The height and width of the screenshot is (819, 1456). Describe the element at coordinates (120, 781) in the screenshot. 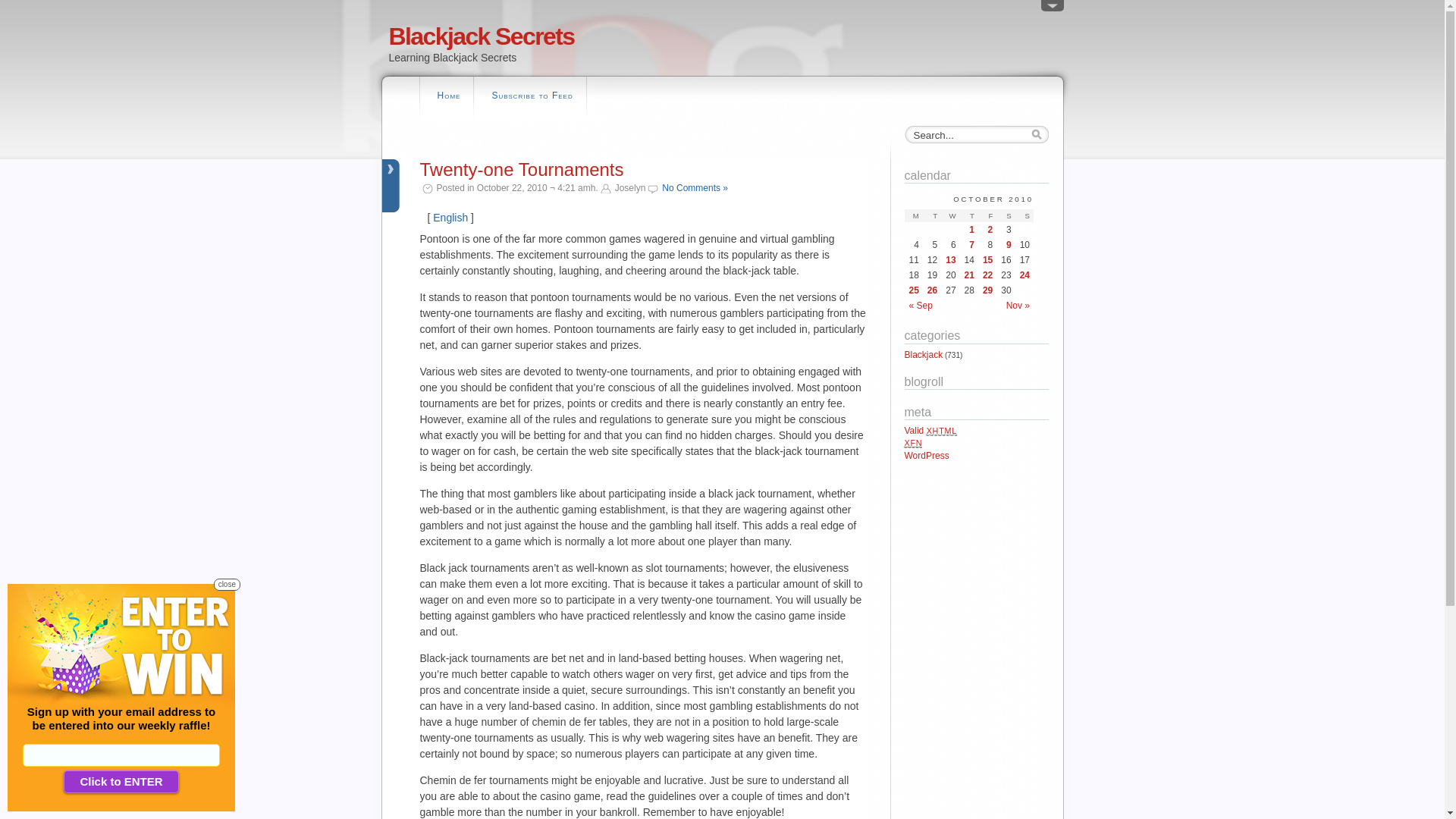

I see `'Click to ENTER'` at that location.